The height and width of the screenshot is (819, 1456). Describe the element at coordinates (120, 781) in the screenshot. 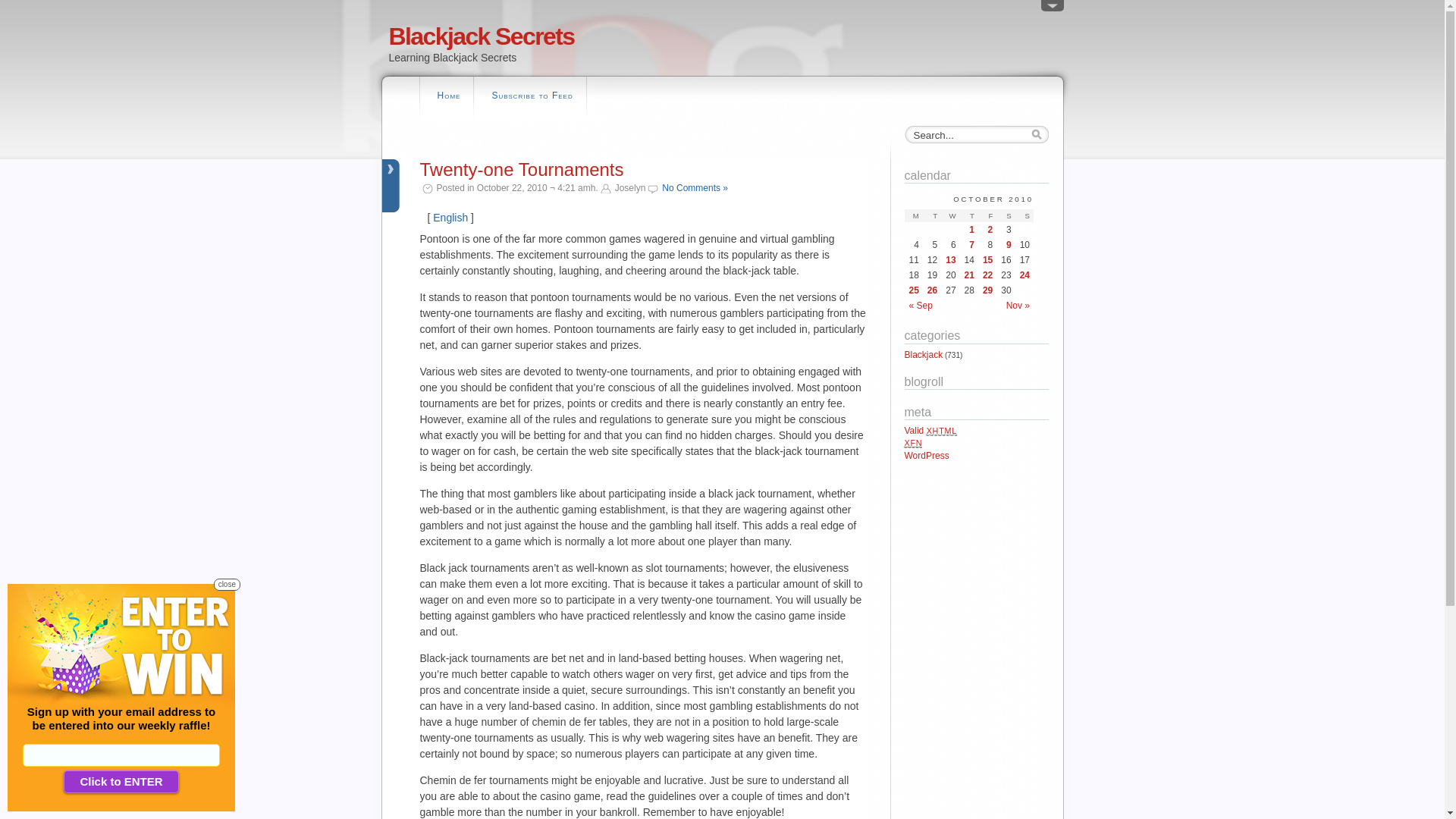

I see `'Click to ENTER'` at that location.